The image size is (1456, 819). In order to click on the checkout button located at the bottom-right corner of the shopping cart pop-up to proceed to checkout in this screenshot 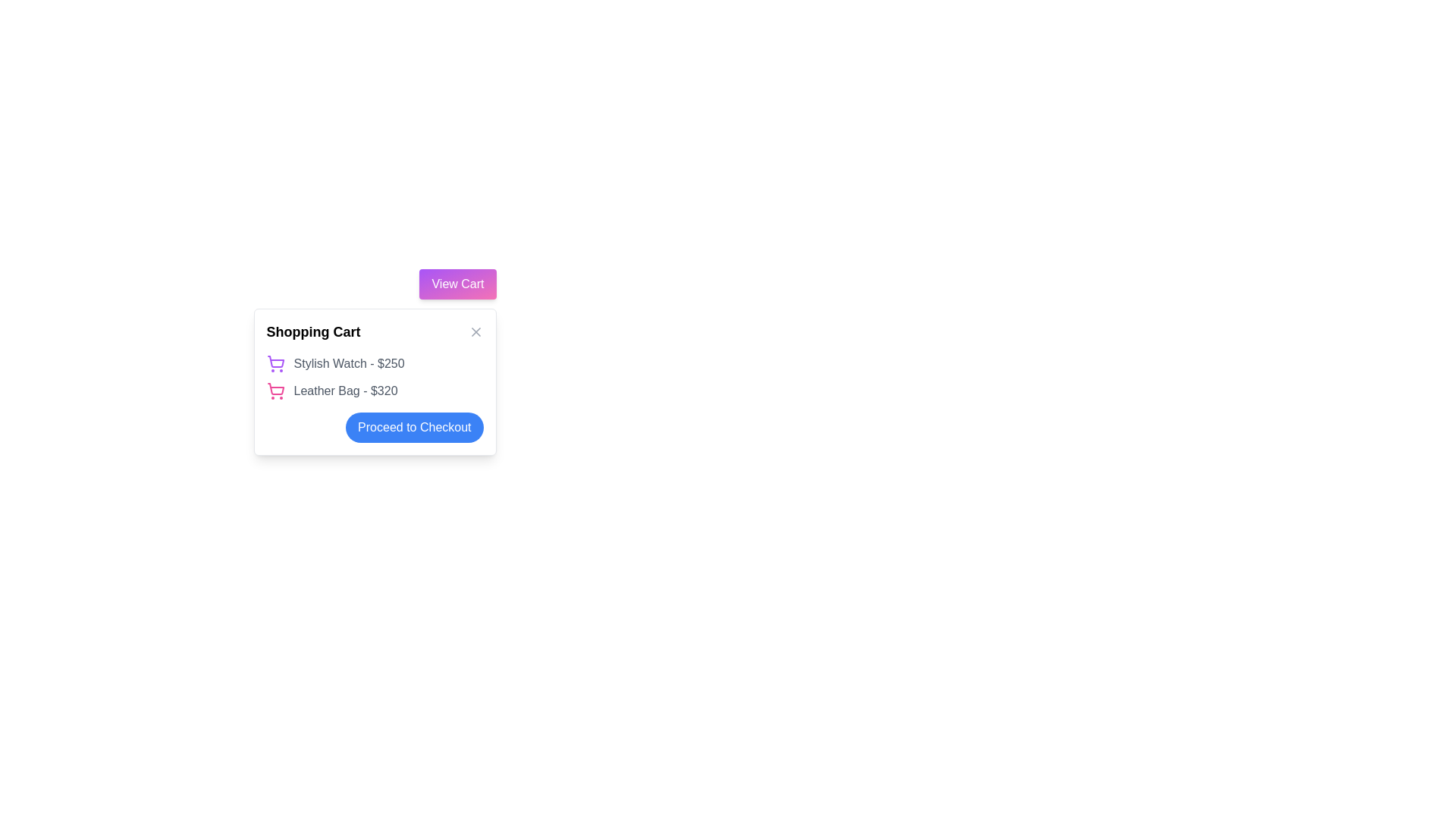, I will do `click(375, 427)`.